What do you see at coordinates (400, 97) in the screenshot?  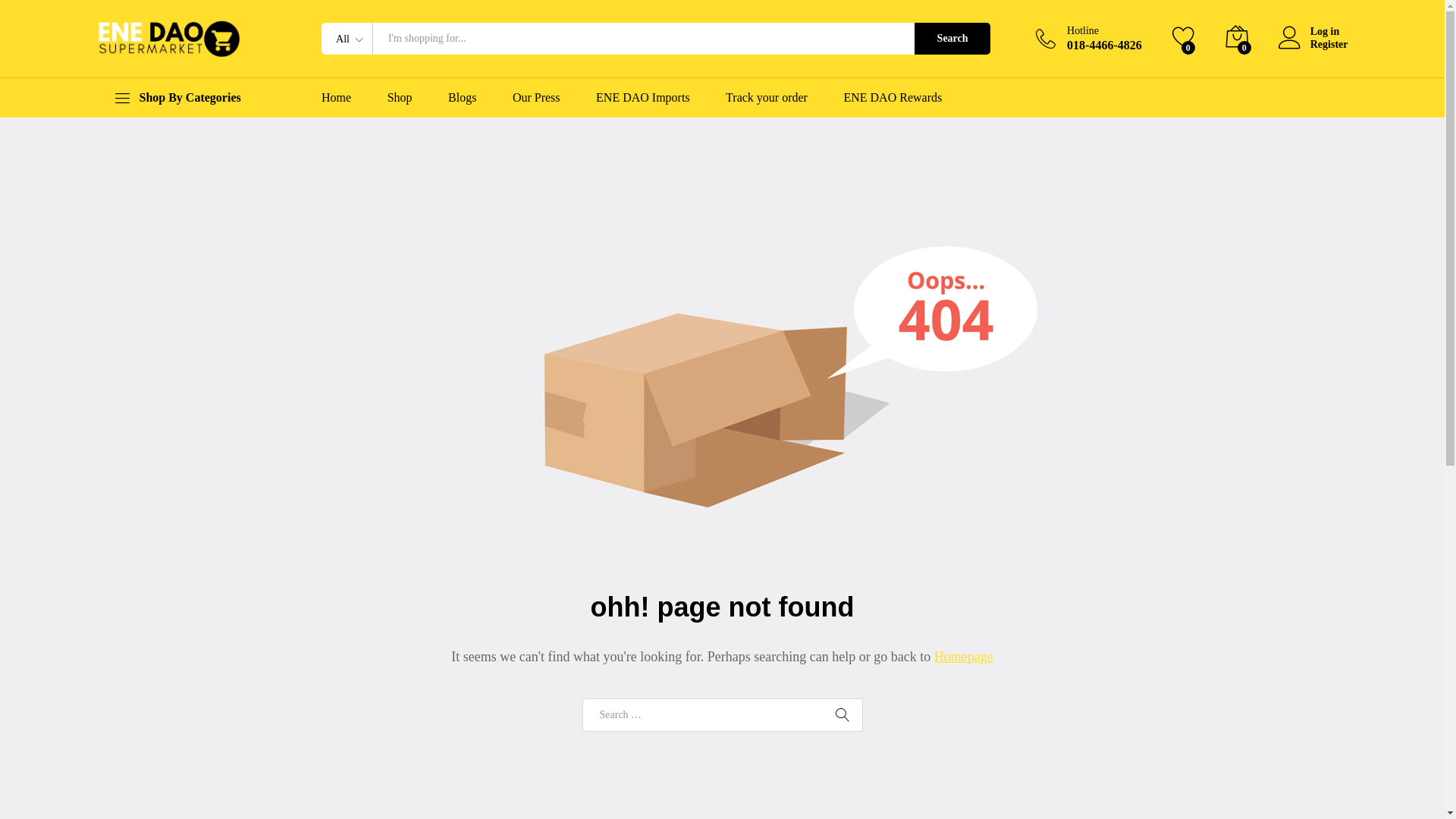 I see `'Shop'` at bounding box center [400, 97].